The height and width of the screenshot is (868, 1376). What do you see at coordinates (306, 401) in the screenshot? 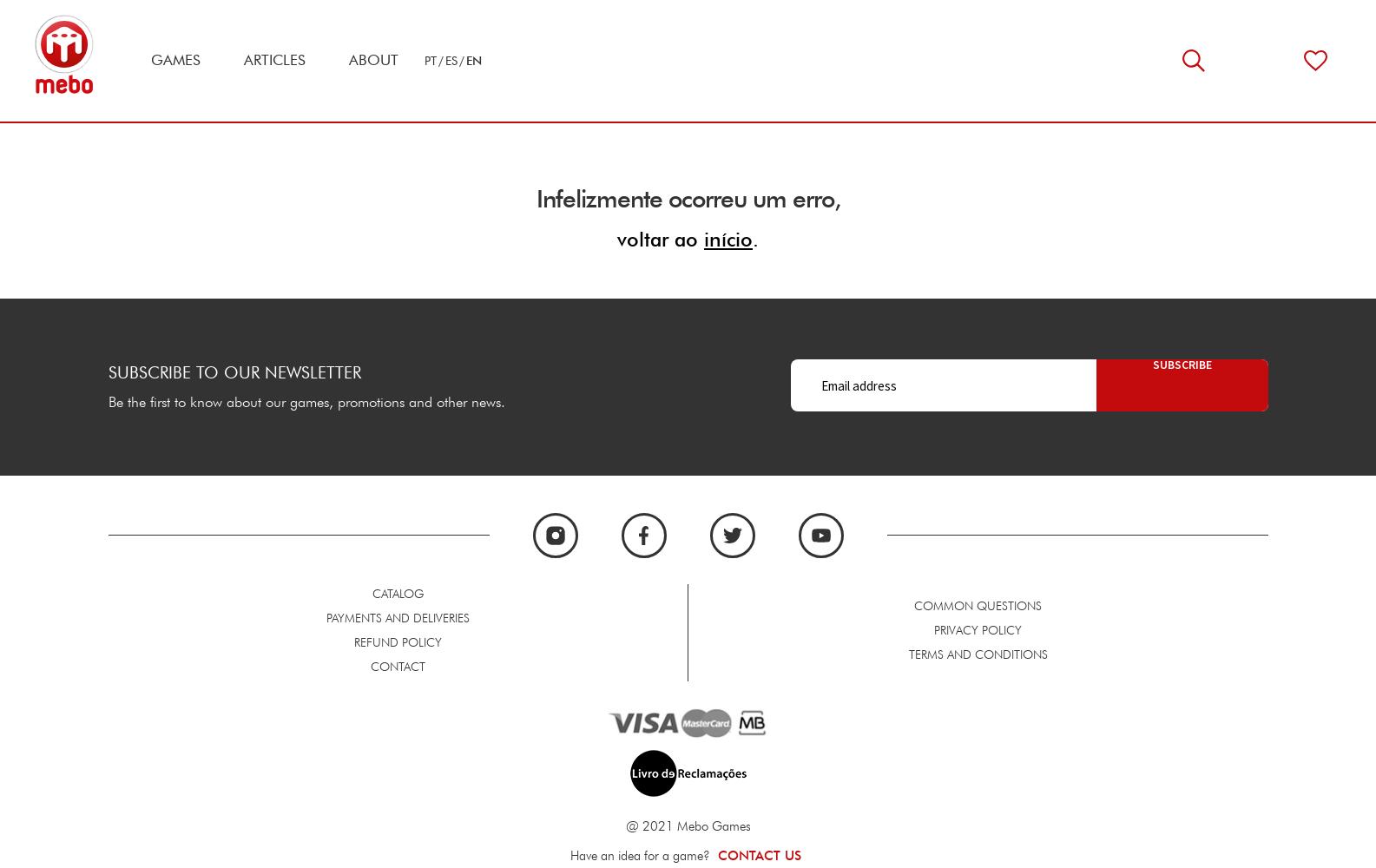
I see `'Be the first to know about our games, promotions and other news.'` at bounding box center [306, 401].